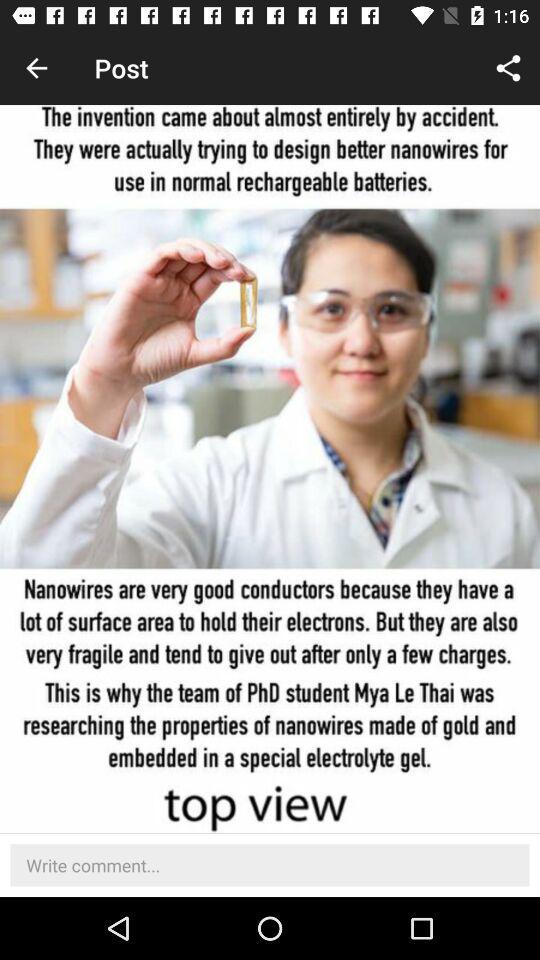  What do you see at coordinates (36, 68) in the screenshot?
I see `the icon next to post item` at bounding box center [36, 68].